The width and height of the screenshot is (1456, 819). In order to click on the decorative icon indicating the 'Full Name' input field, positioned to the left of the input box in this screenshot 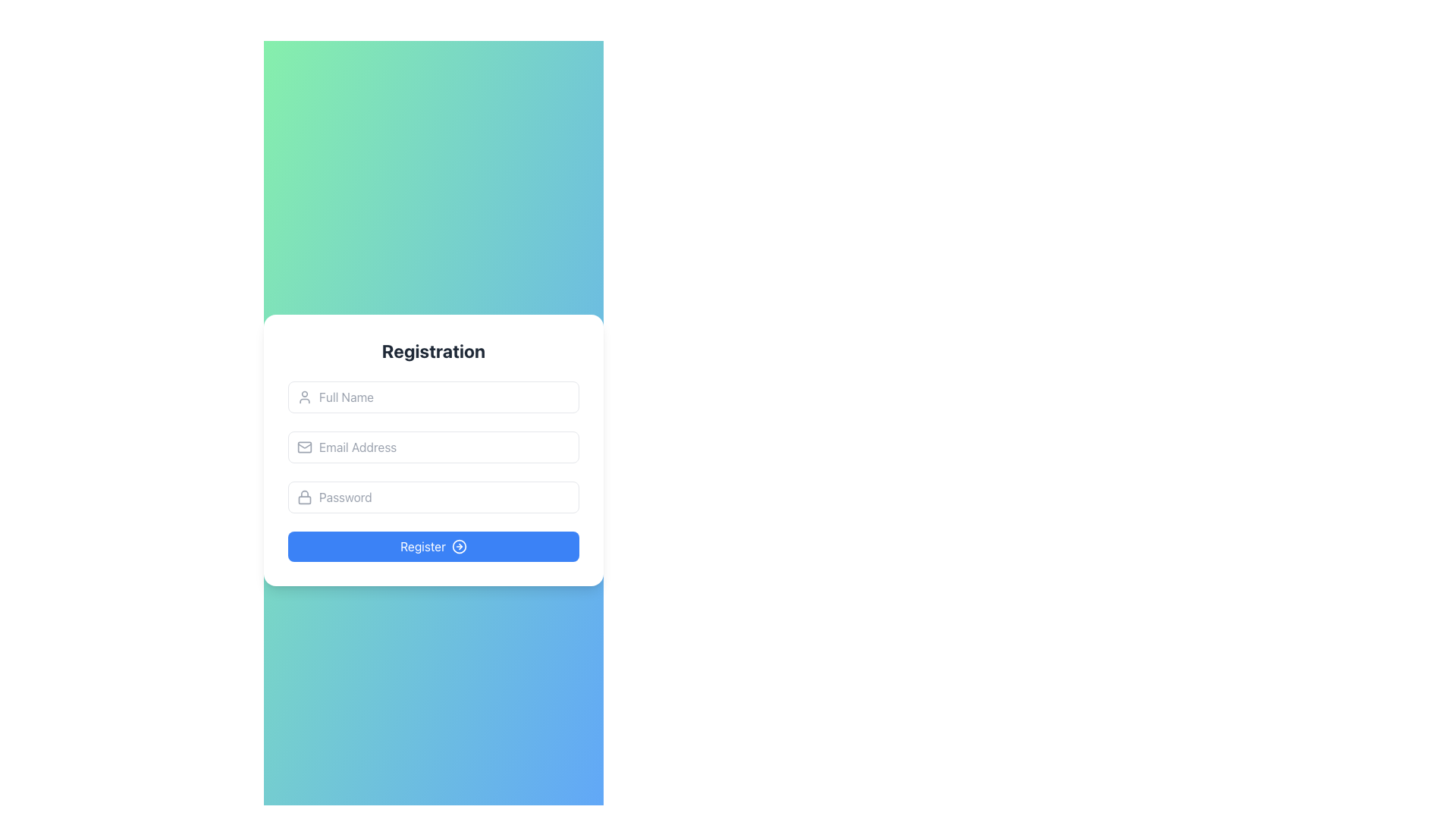, I will do `click(304, 397)`.